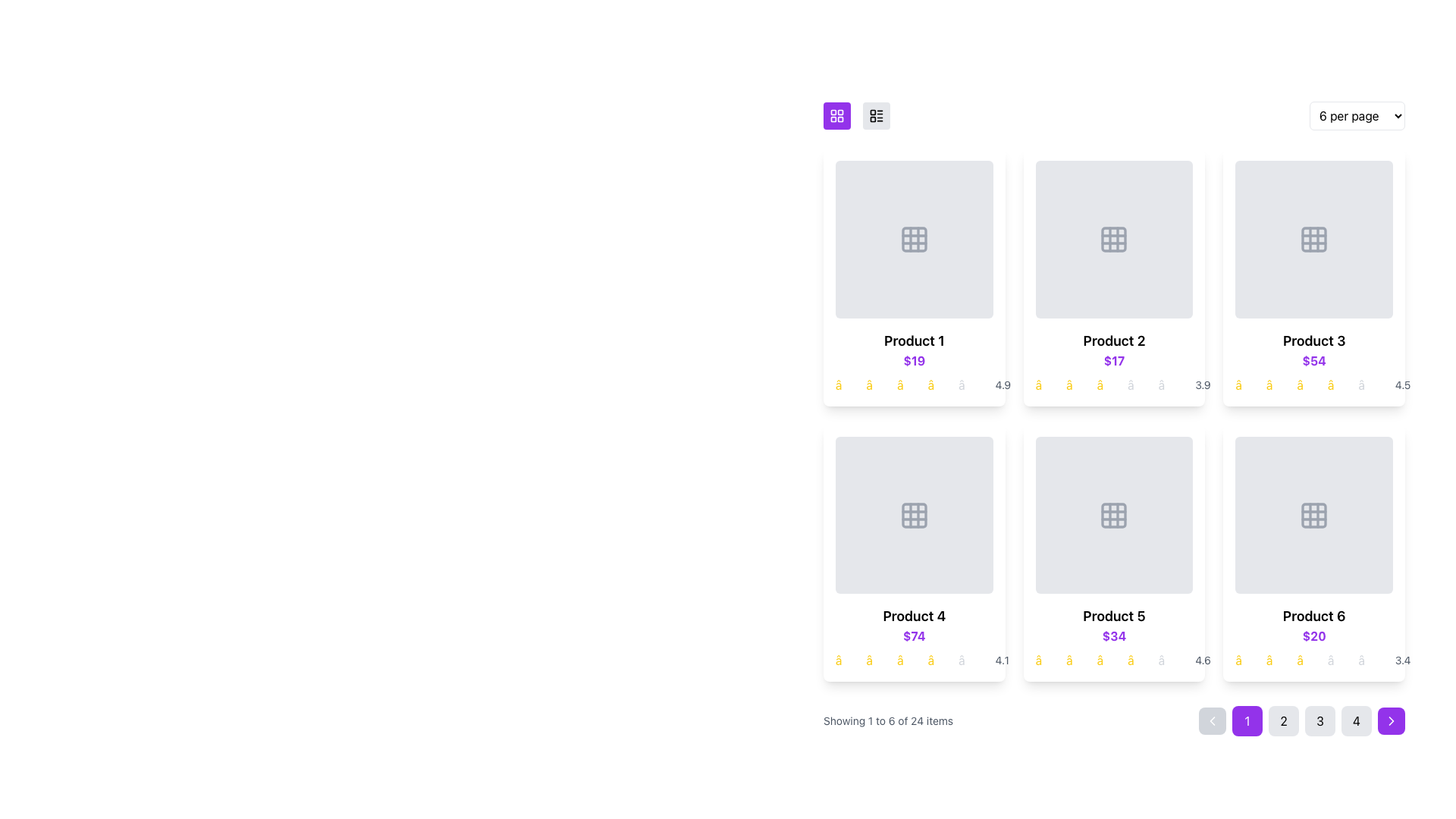  What do you see at coordinates (913, 239) in the screenshot?
I see `the Placeholder icon, which is a grid-like icon consisting of a 3x3 arrangement of small squares in light gray color, located in the top-left corner of the first product card under the view switcher section` at bounding box center [913, 239].